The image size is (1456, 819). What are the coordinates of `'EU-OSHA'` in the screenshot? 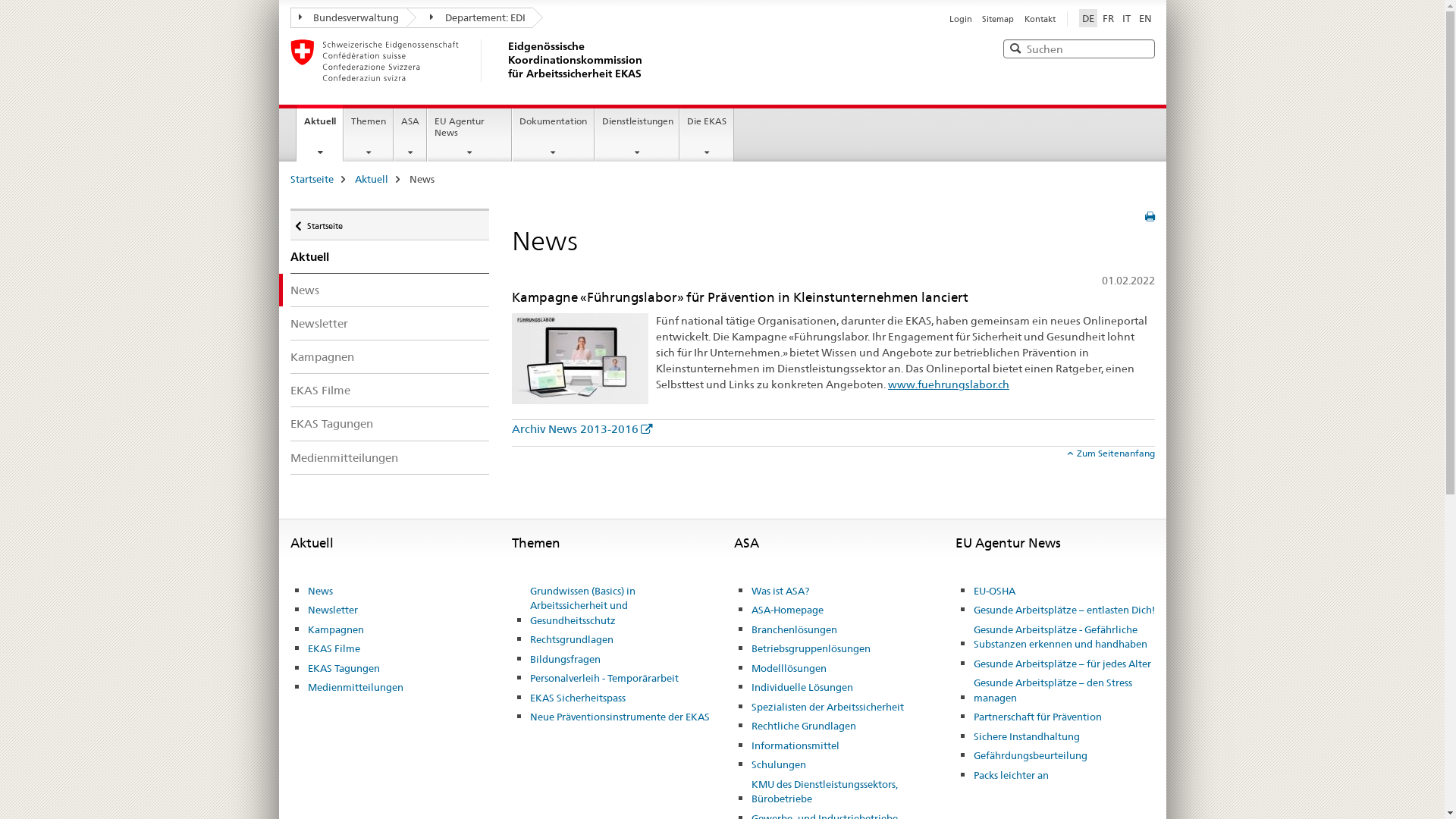 It's located at (994, 590).